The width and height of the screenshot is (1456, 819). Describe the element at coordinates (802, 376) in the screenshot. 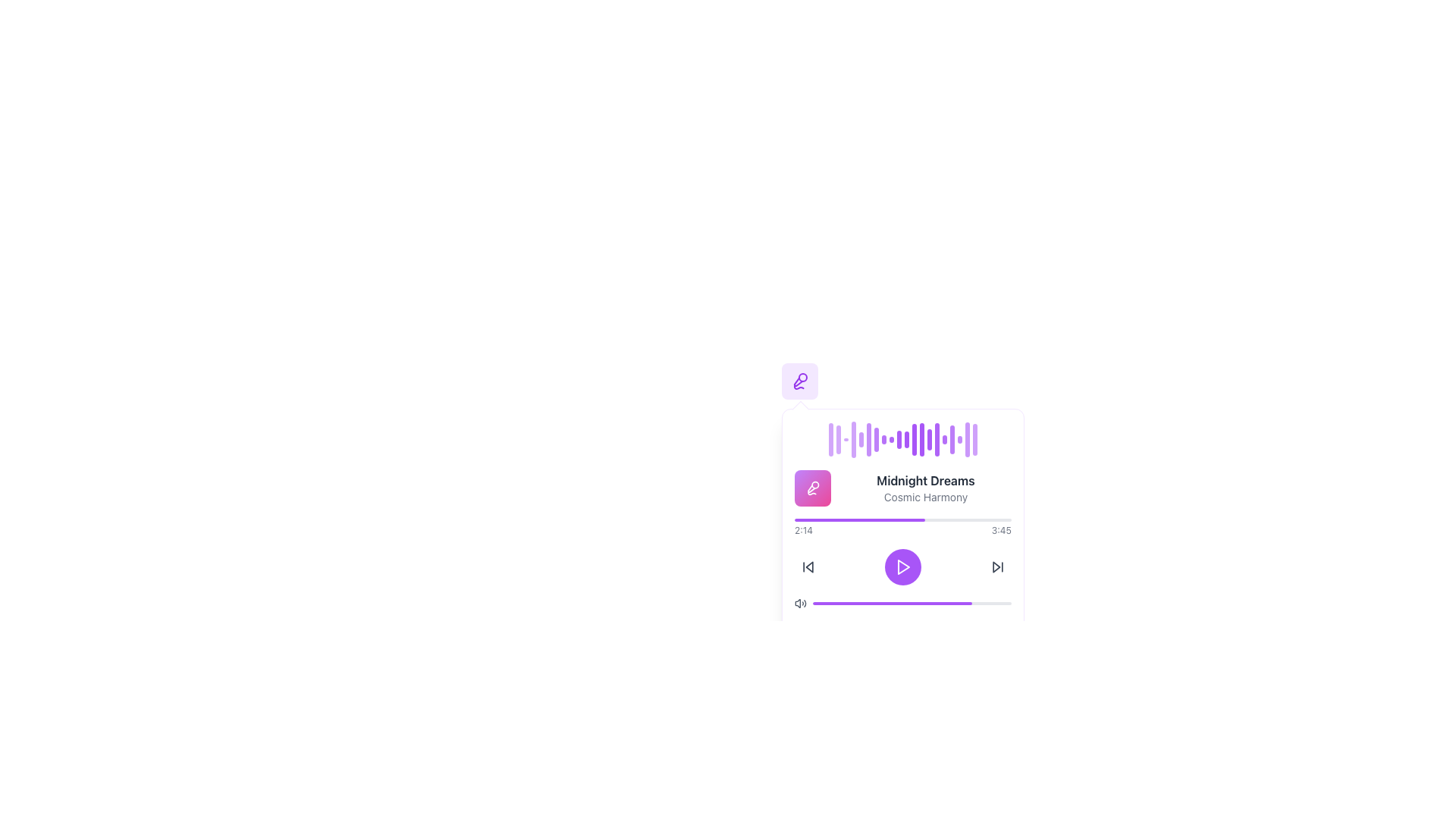

I see `the smallest circular component of the microphone icon located in the upper portion of the icon, which is part of the decorative representation and positioned above playback controls` at that location.